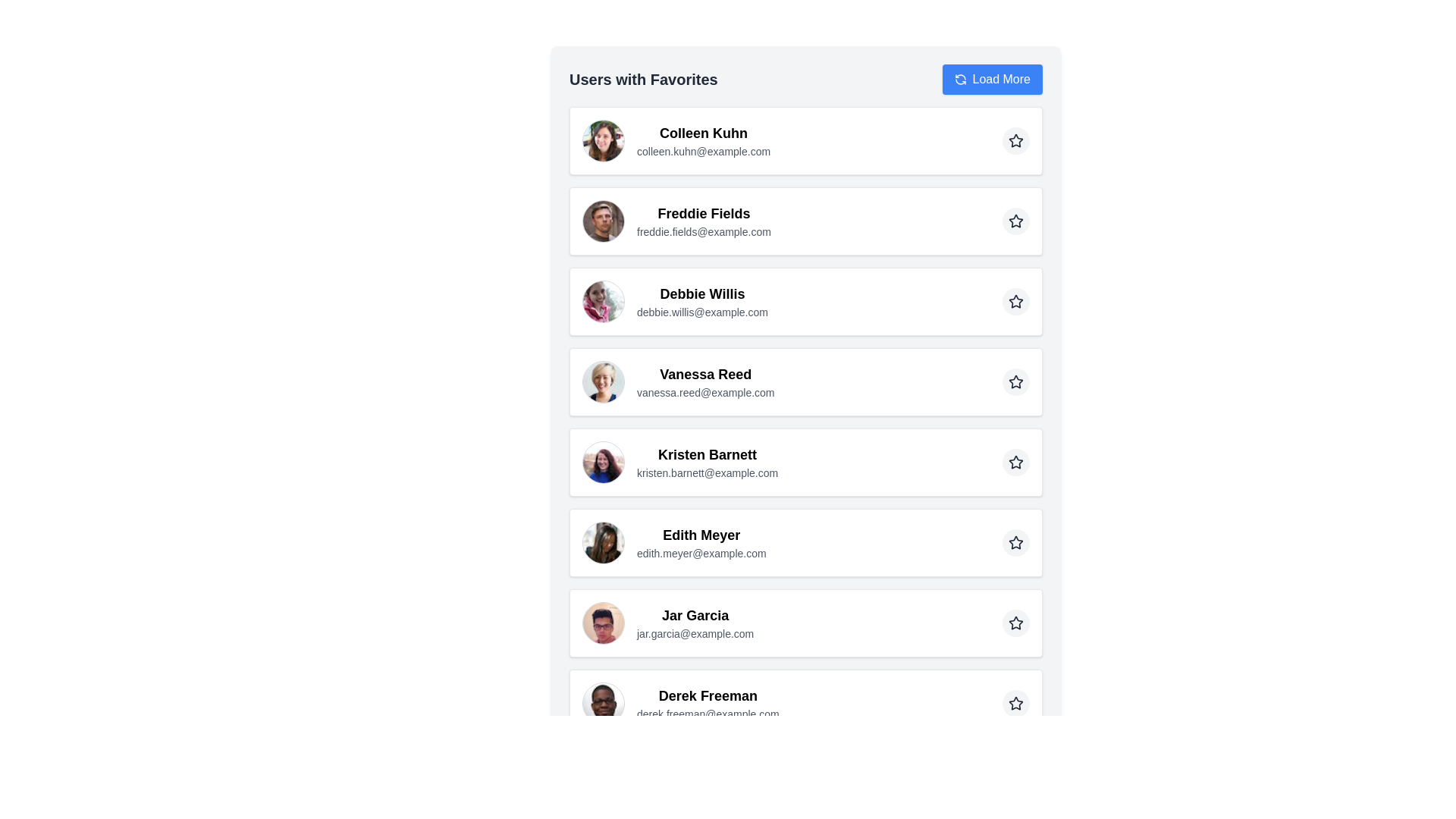  Describe the element at coordinates (701, 542) in the screenshot. I see `the text display showing 'Edith Meyer' to trigger any associated tooltips` at that location.